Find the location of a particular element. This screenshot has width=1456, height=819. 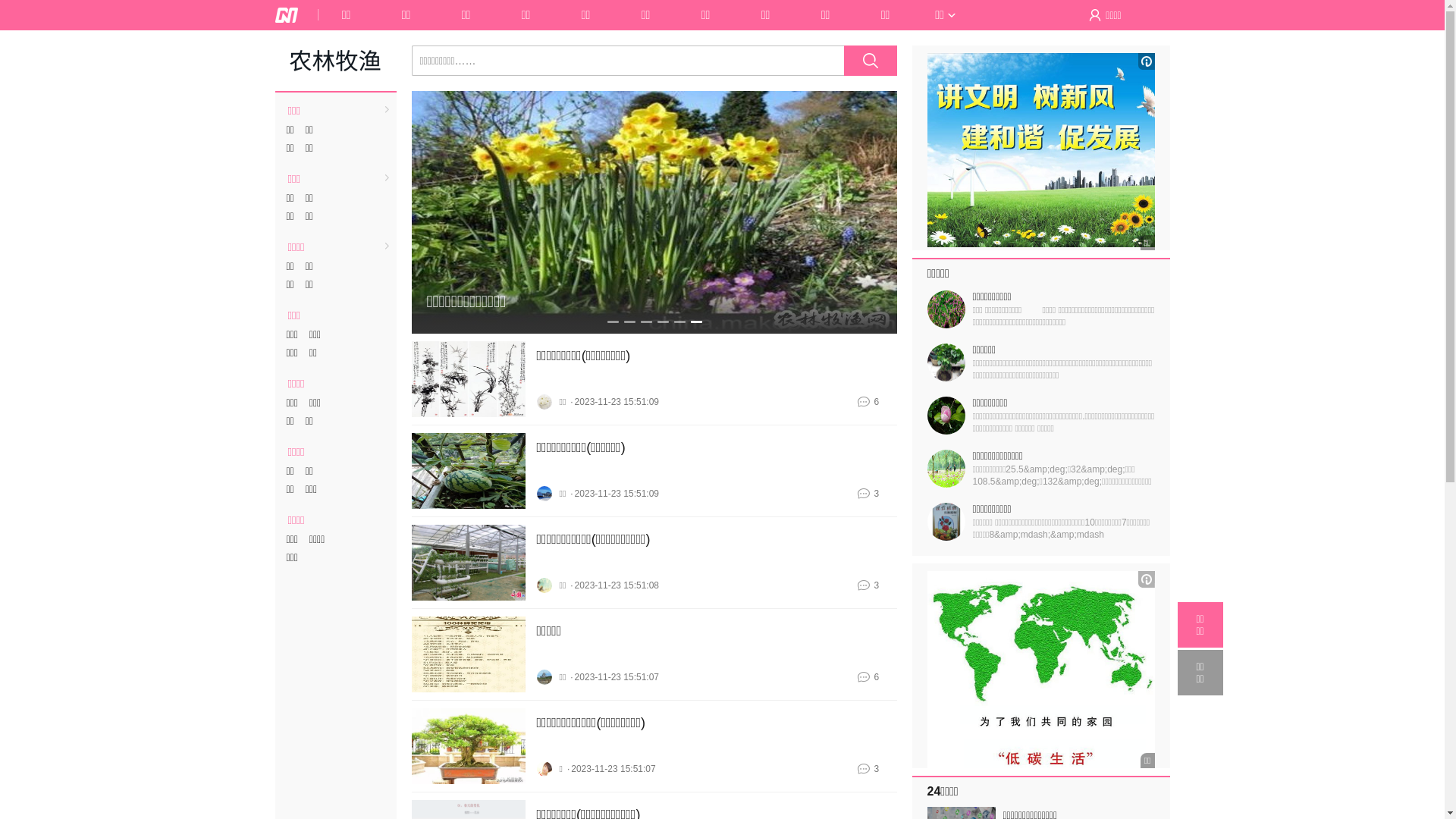

'6' is located at coordinates (877, 400).